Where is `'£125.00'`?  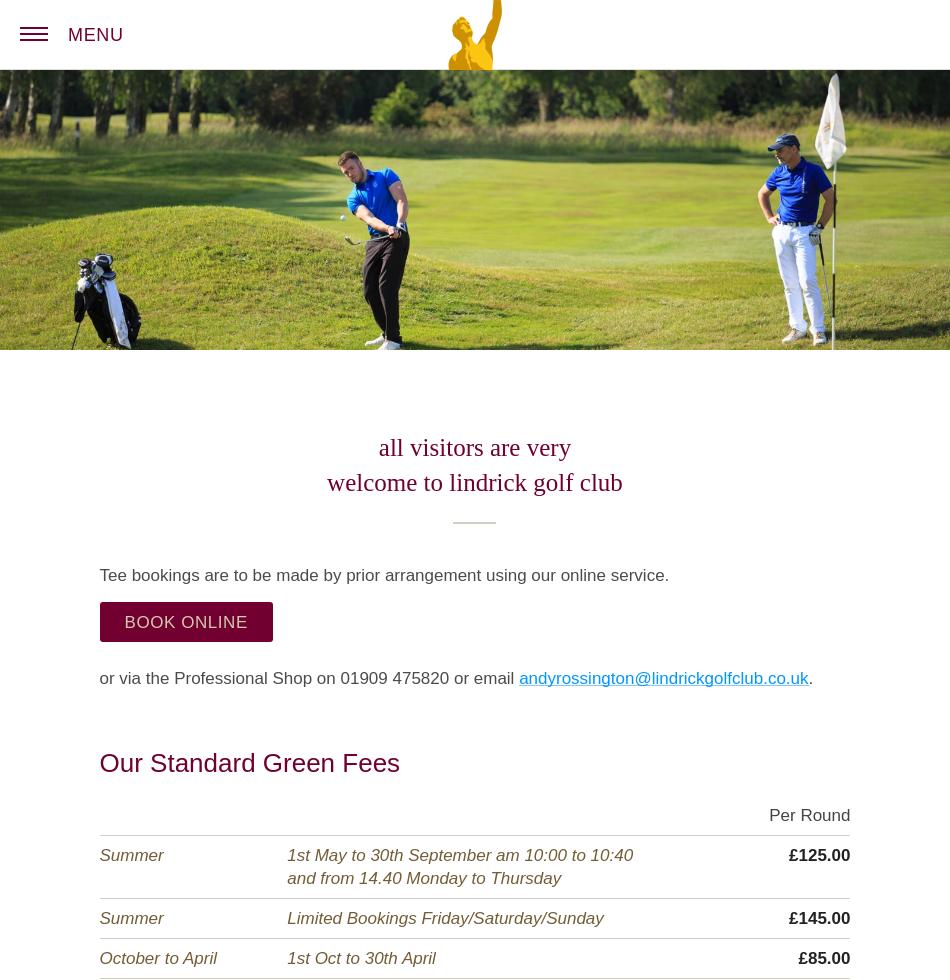 '£125.00' is located at coordinates (818, 854).